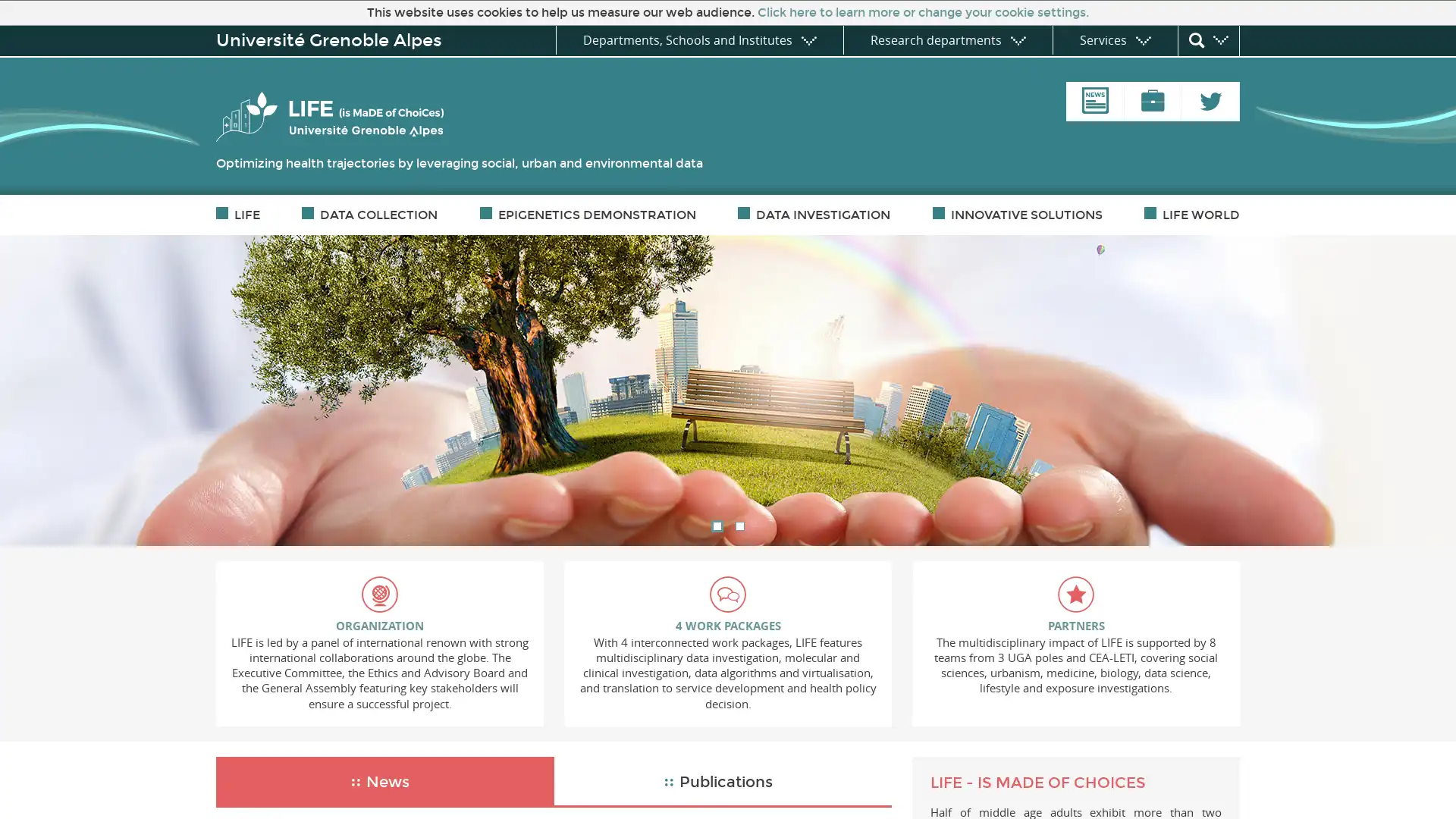  What do you see at coordinates (698, 39) in the screenshot?
I see `Departments, Schools and Institutes` at bounding box center [698, 39].